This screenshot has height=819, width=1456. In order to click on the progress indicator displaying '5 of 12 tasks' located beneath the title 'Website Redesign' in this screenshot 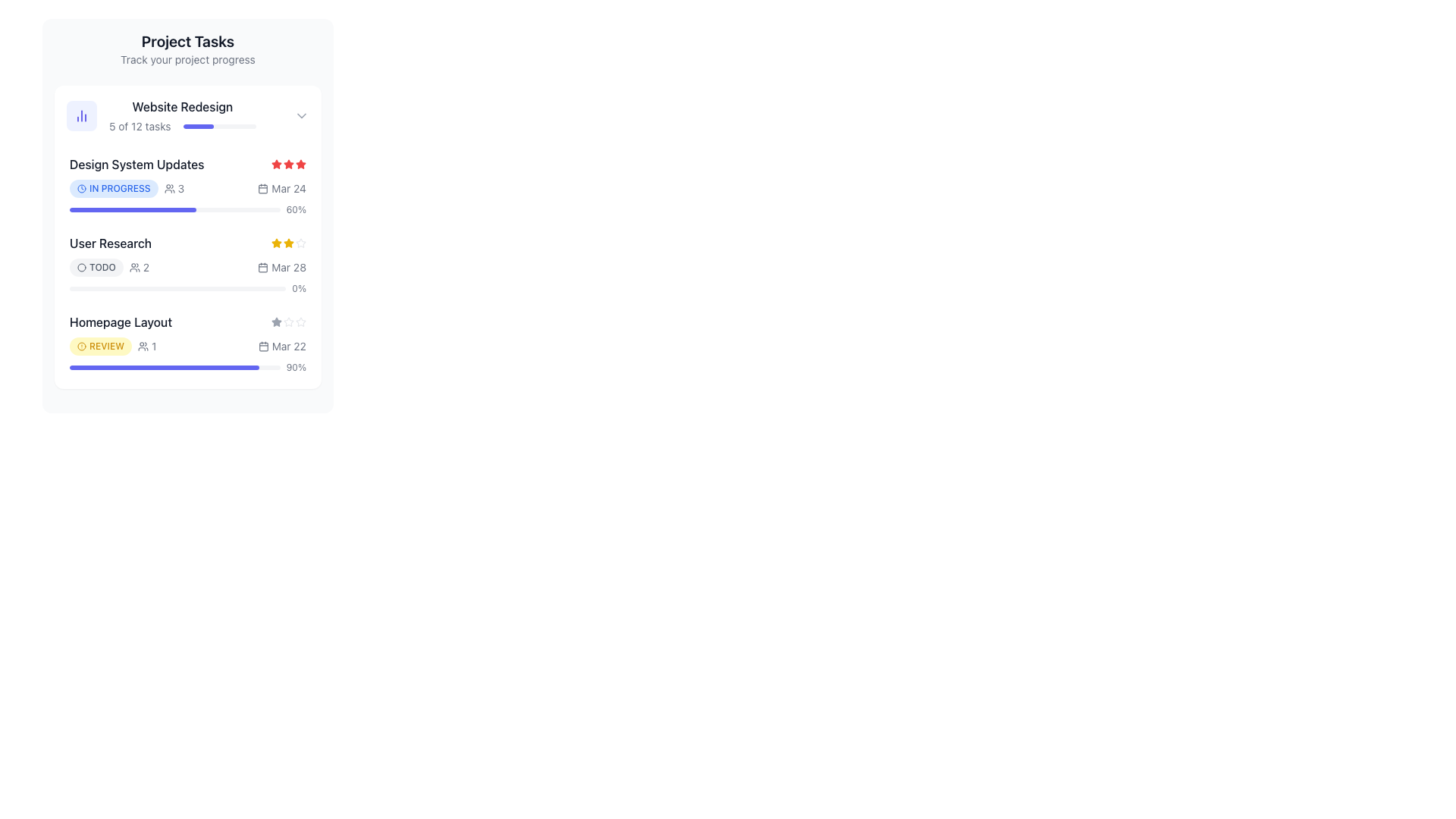, I will do `click(182, 125)`.